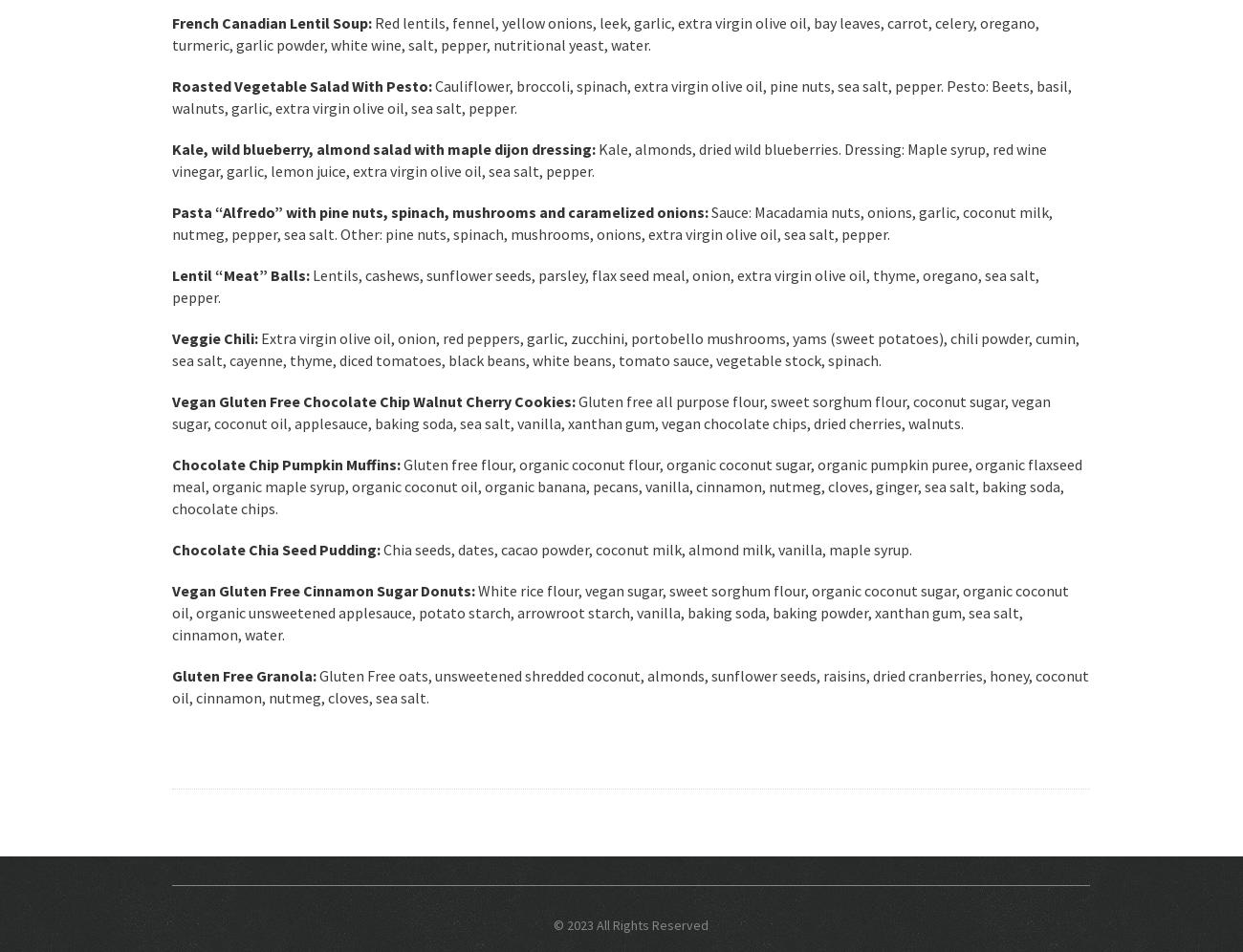 Image resolution: width=1243 pixels, height=952 pixels. I want to click on 'extra virgin olive oil, bay leaves, carrot, celery, oregano, turmeric, garlic powder, white wine, salt, pepper, nutritional yeast, water.', so click(605, 33).